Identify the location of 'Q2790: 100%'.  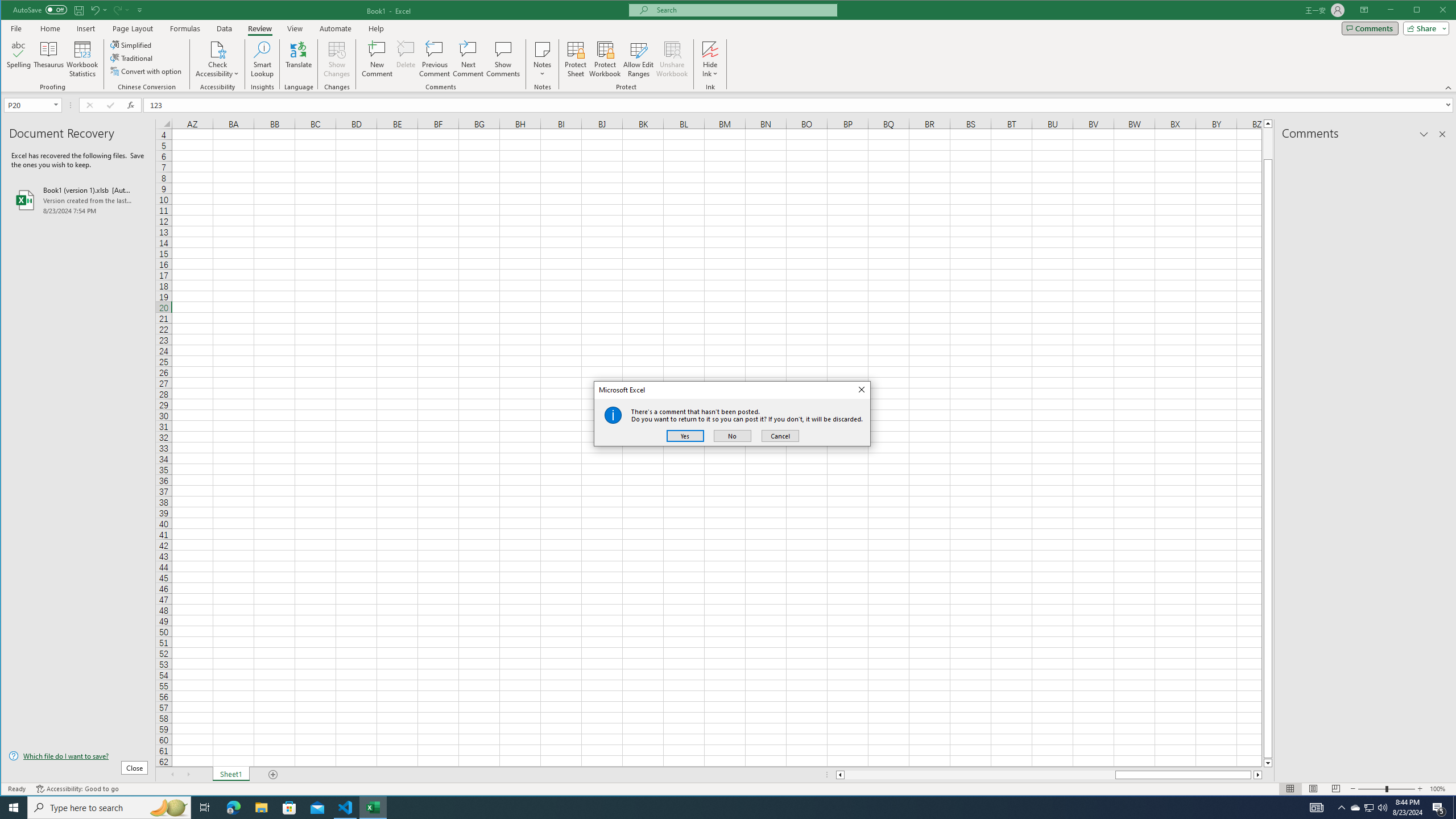
(1381, 806).